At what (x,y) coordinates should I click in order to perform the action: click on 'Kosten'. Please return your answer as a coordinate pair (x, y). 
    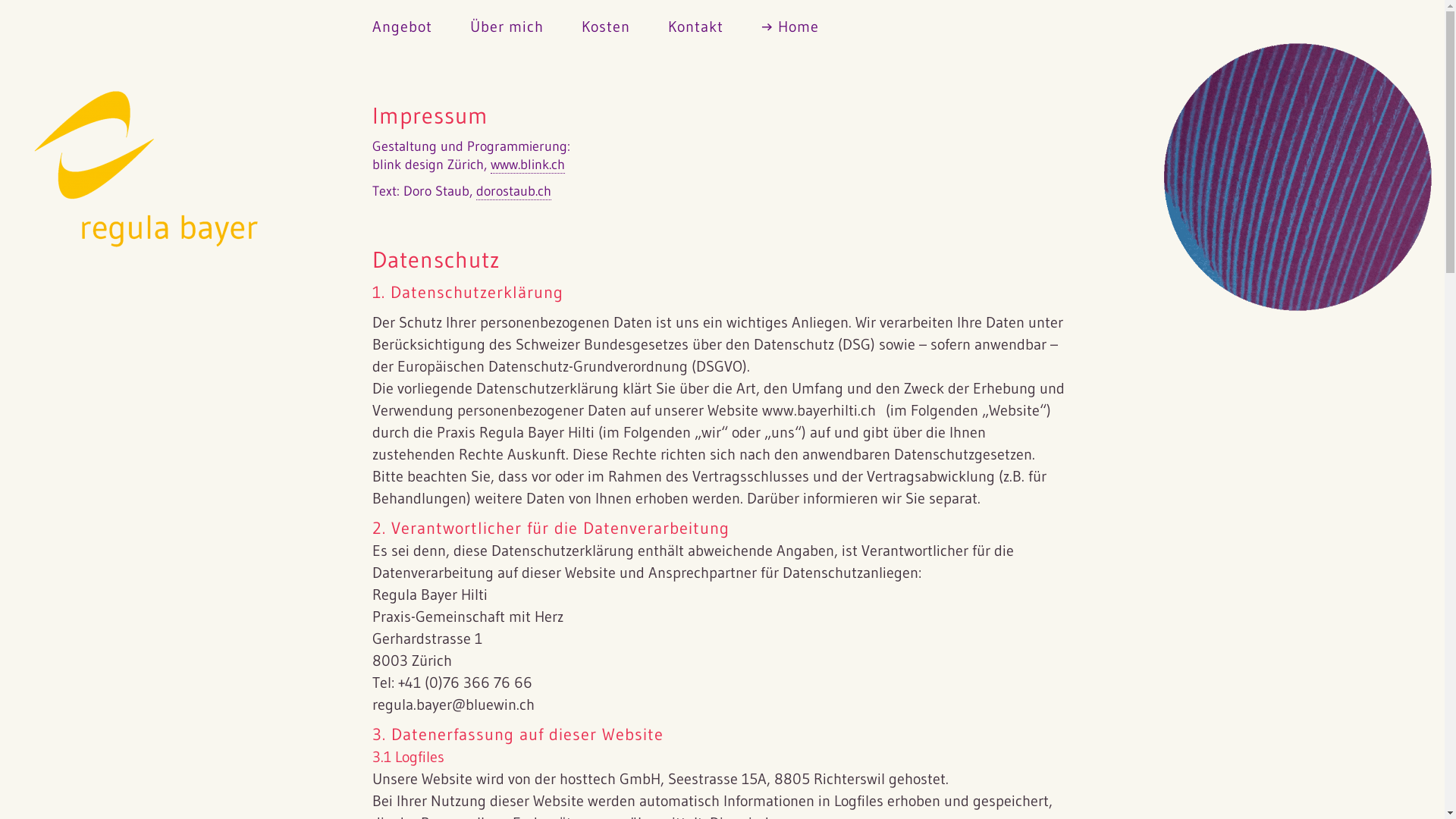
    Looking at the image, I should click on (604, 23).